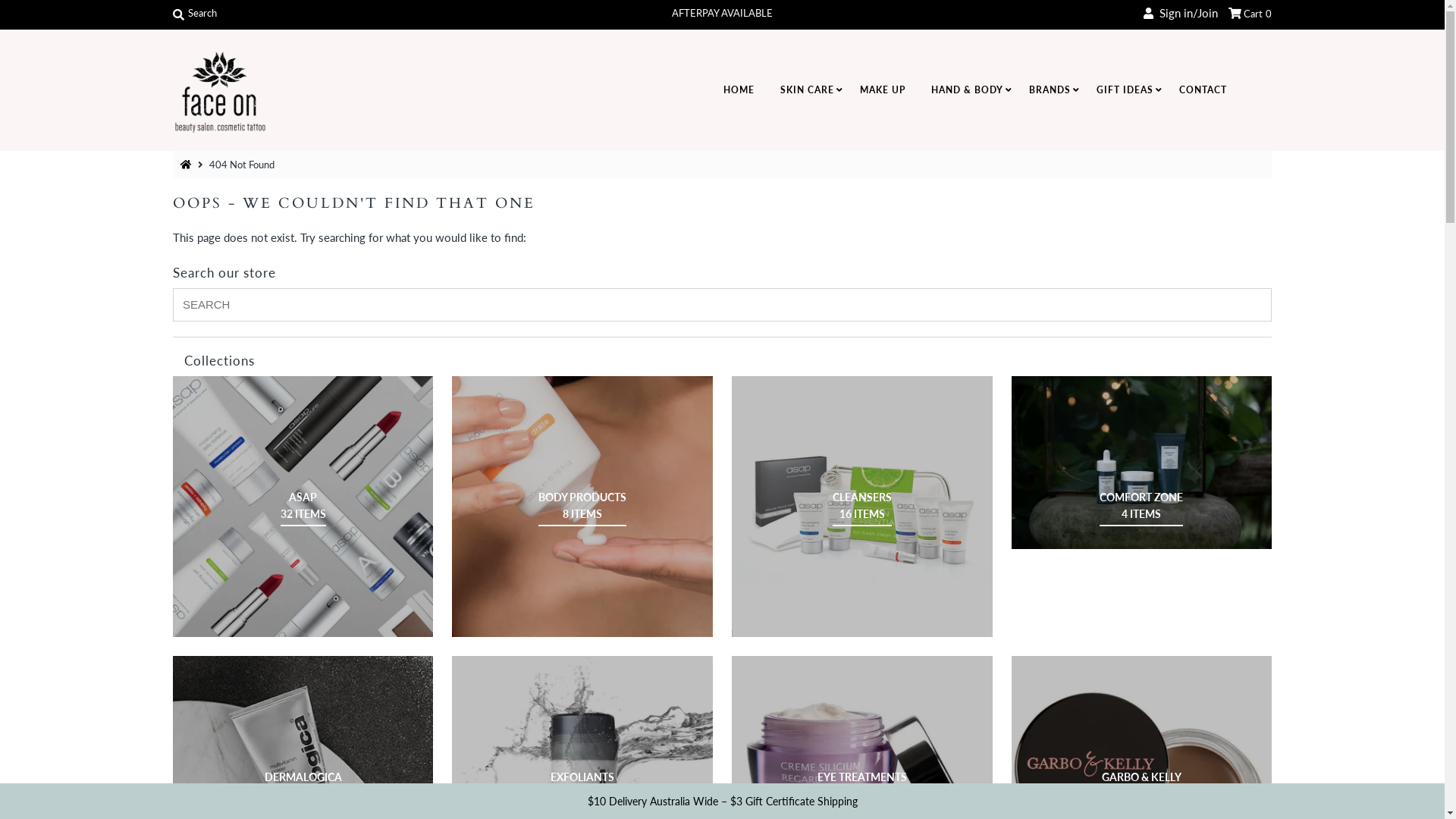  Describe the element at coordinates (1124, 90) in the screenshot. I see `'GIFT IDEAS'` at that location.